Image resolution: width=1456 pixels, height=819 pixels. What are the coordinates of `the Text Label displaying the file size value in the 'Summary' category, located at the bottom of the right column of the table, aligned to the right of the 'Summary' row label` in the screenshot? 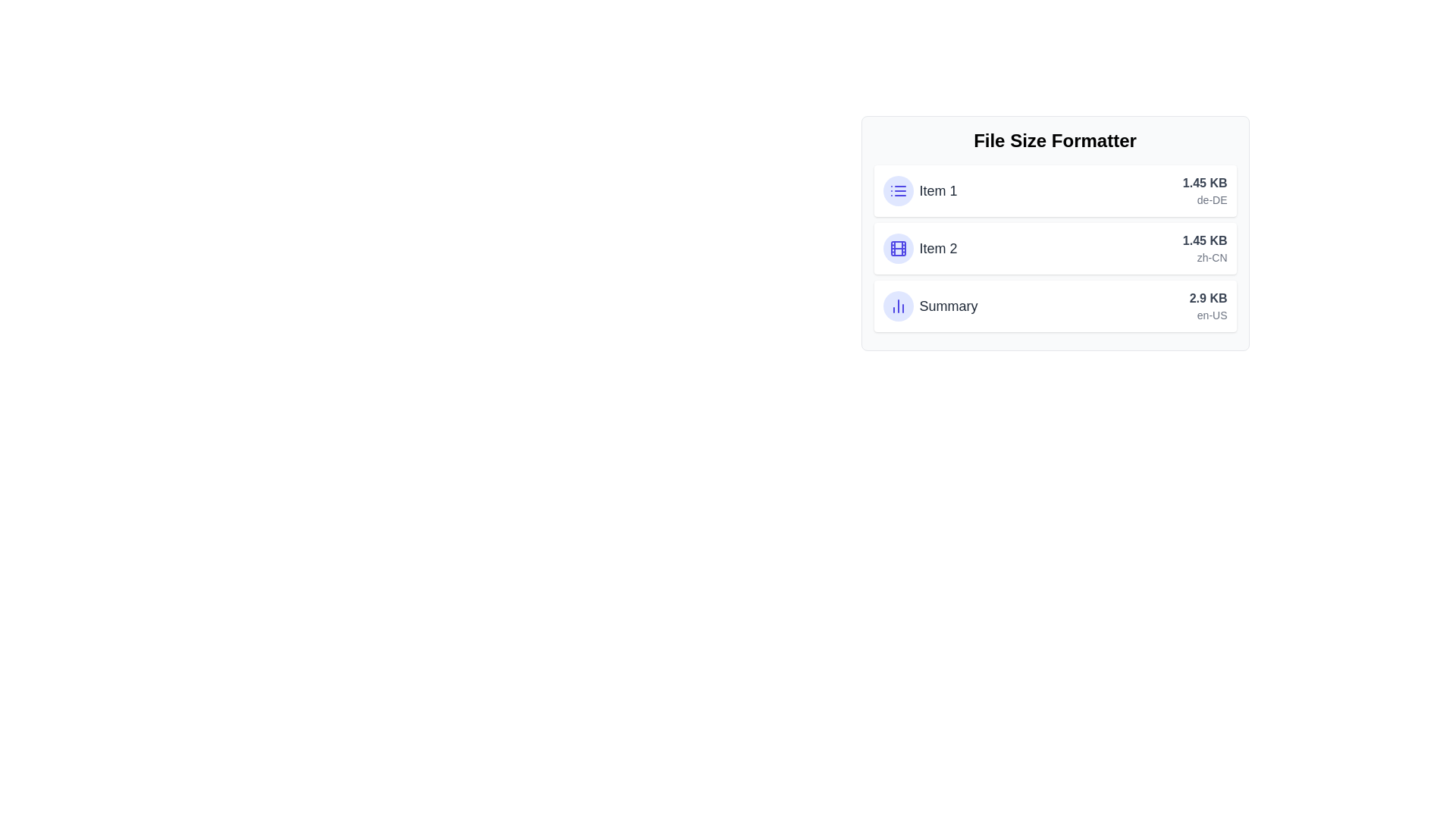 It's located at (1207, 298).